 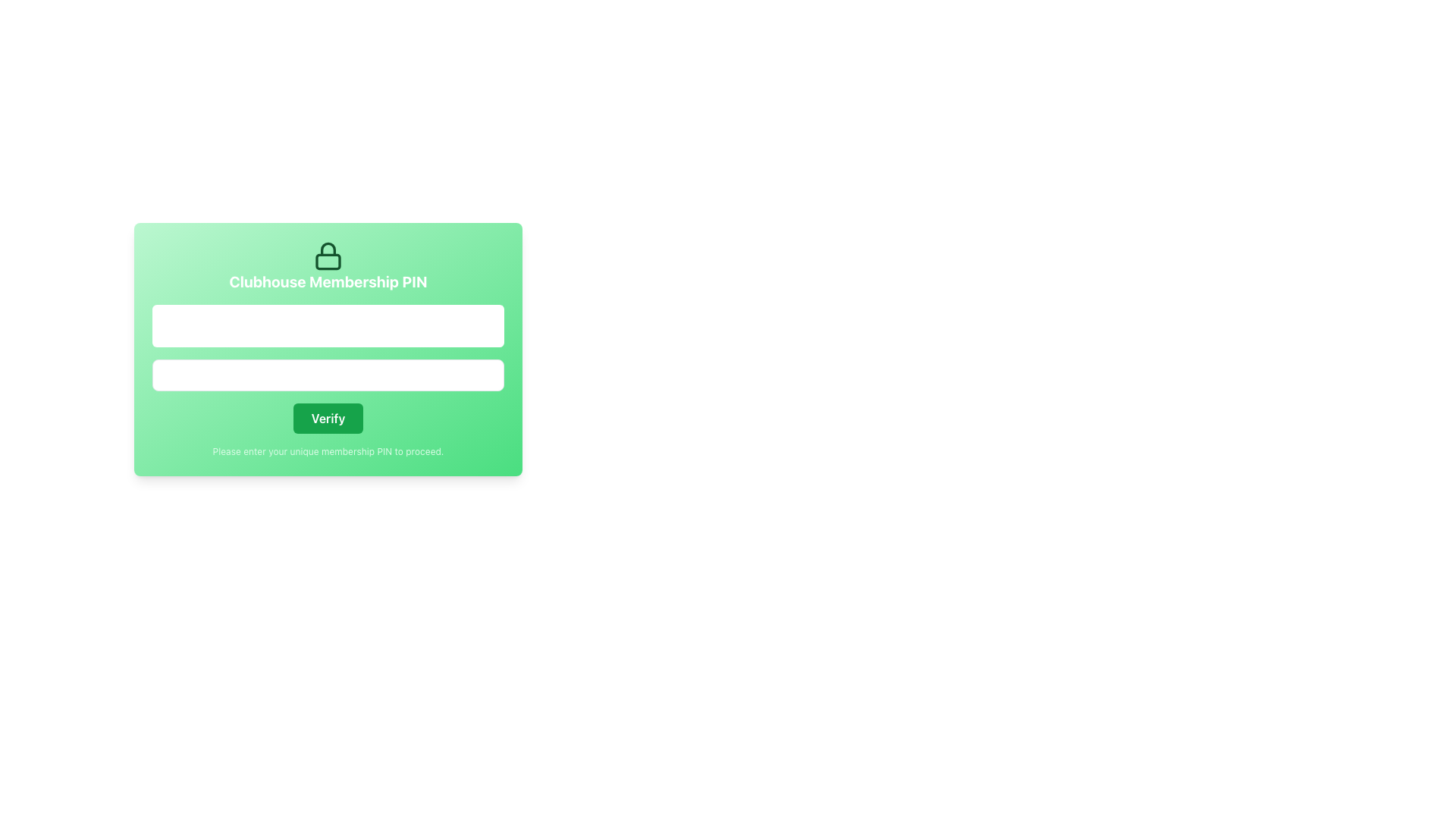 I want to click on the curved top part of the lock icon in the SVG displayed above the text 'Clubhouse Membership PIN', so click(x=327, y=247).